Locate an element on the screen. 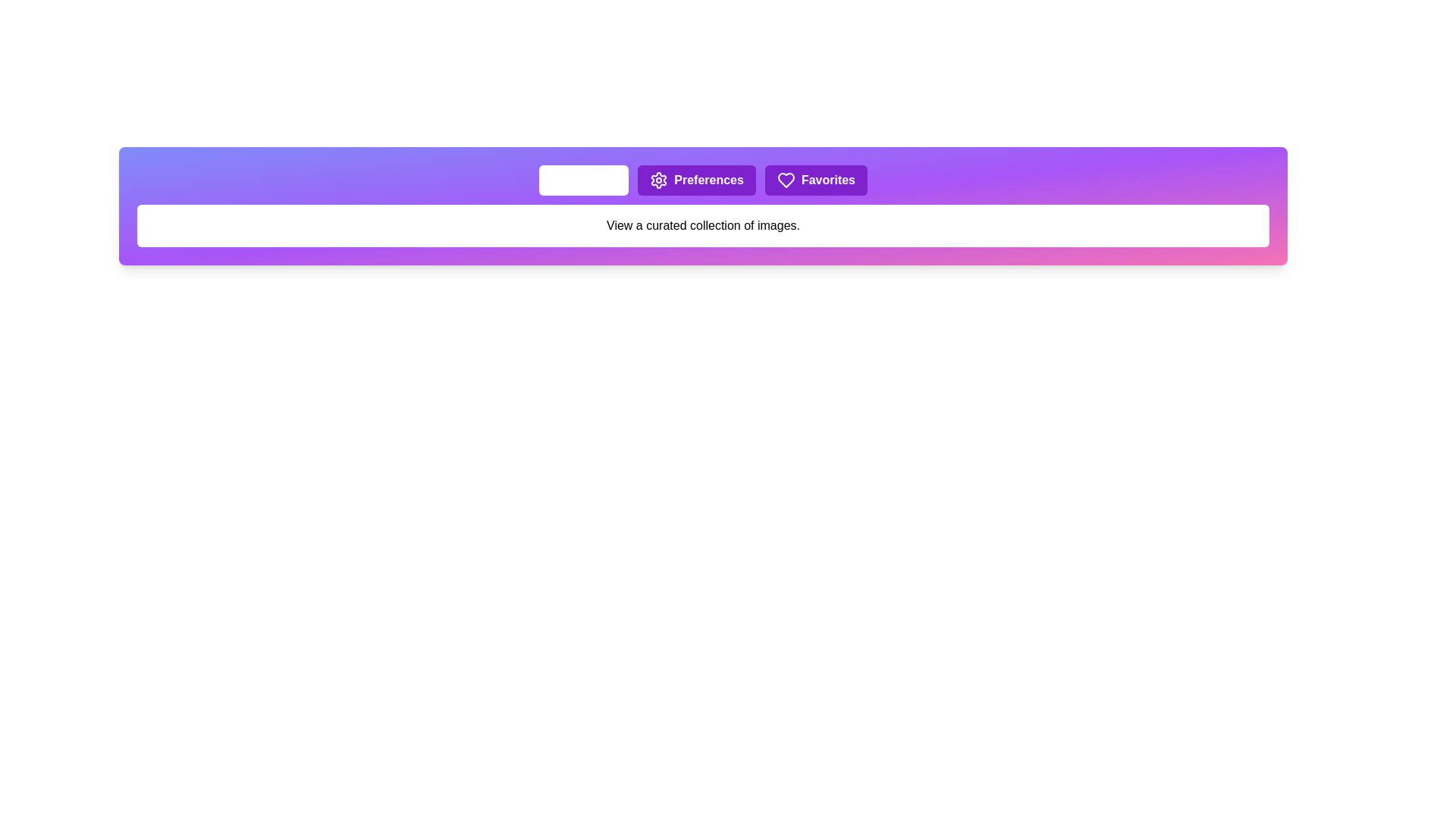 The height and width of the screenshot is (819, 1456). the button labeled 'Gallery' to observe visual feedback is located at coordinates (582, 180).